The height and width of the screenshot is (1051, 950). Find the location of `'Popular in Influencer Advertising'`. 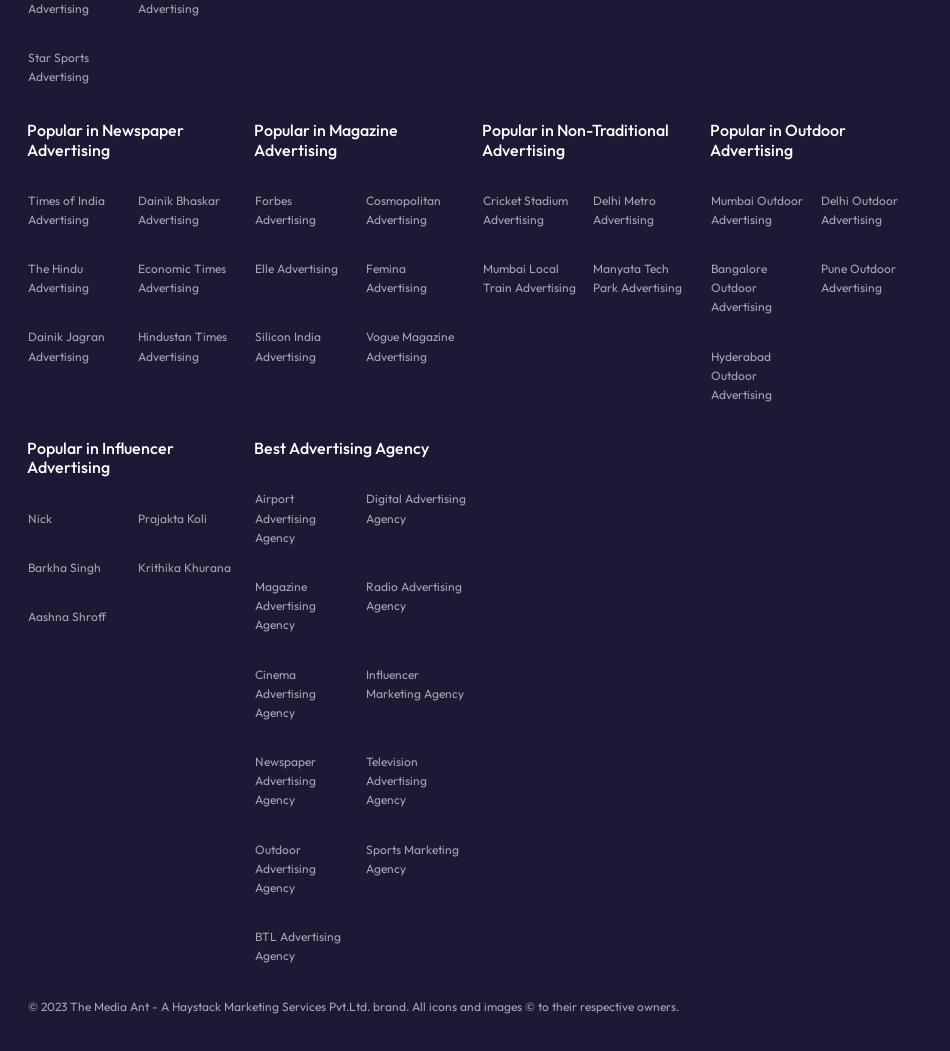

'Popular in Influencer Advertising' is located at coordinates (26, 455).